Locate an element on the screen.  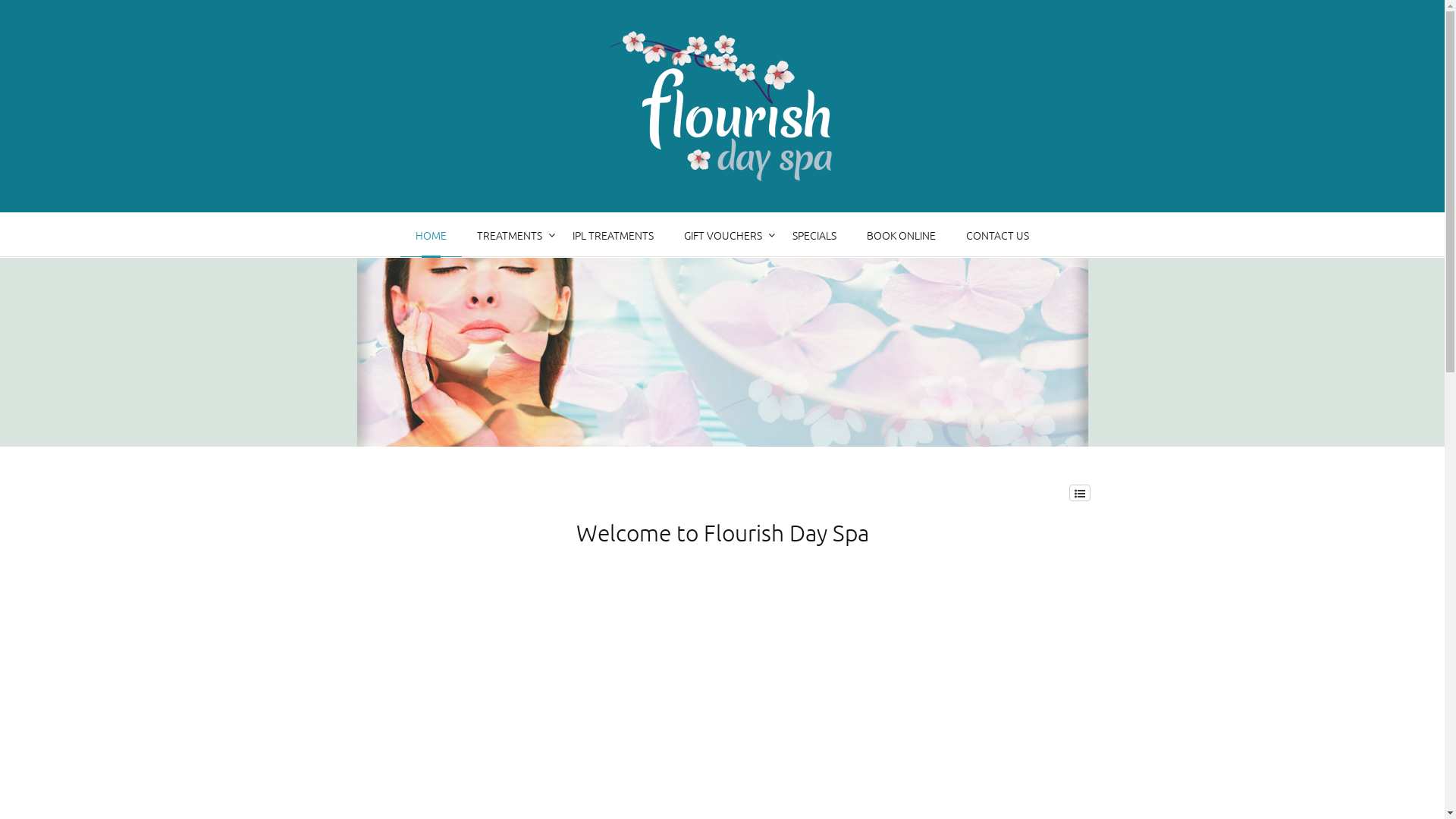
'SPECIALS' is located at coordinates (777, 234).